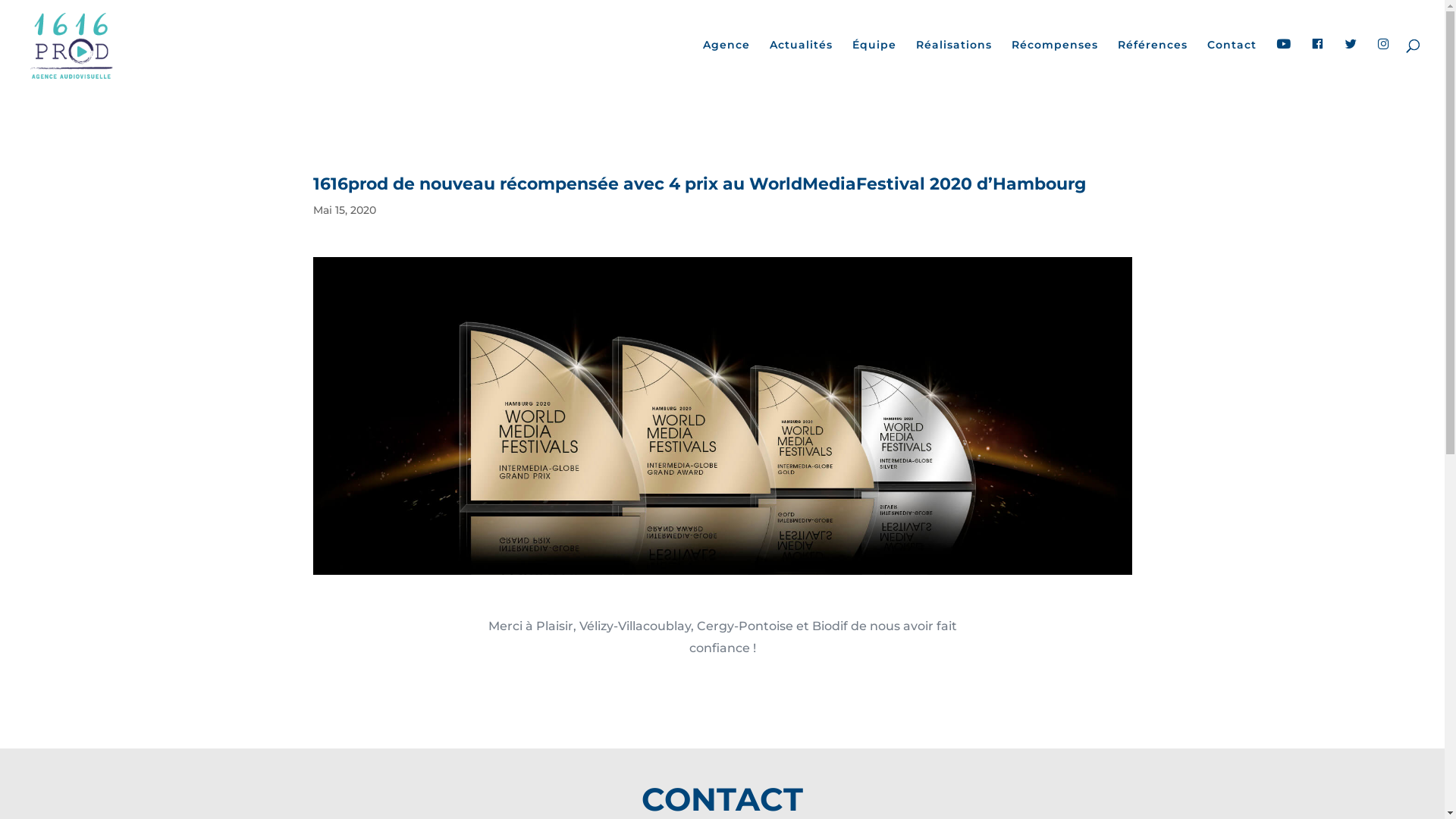 The image size is (1456, 819). What do you see at coordinates (1351, 64) in the screenshot?
I see `'Twitter'` at bounding box center [1351, 64].